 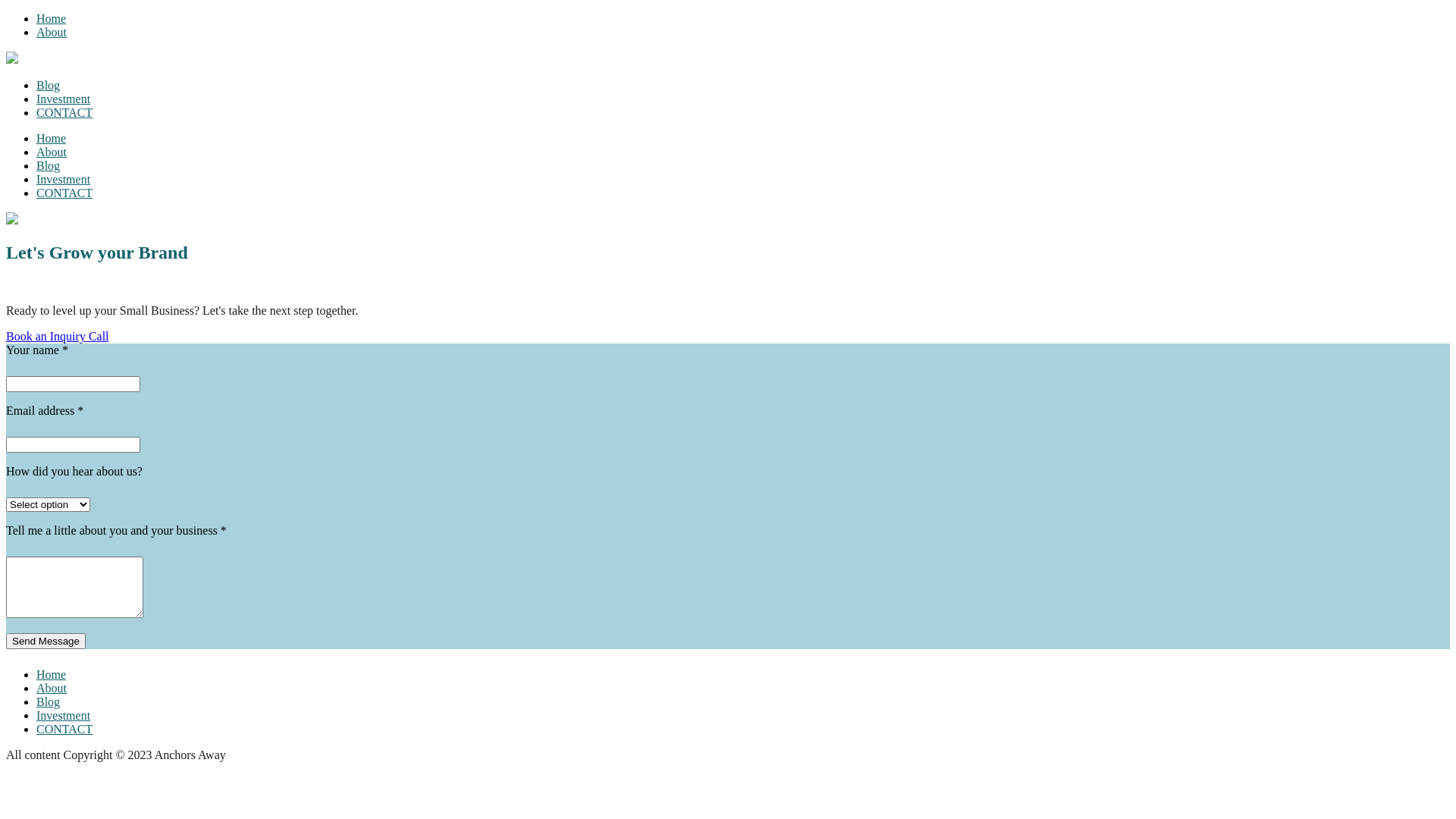 What do you see at coordinates (62, 178) in the screenshot?
I see `'Investment'` at bounding box center [62, 178].